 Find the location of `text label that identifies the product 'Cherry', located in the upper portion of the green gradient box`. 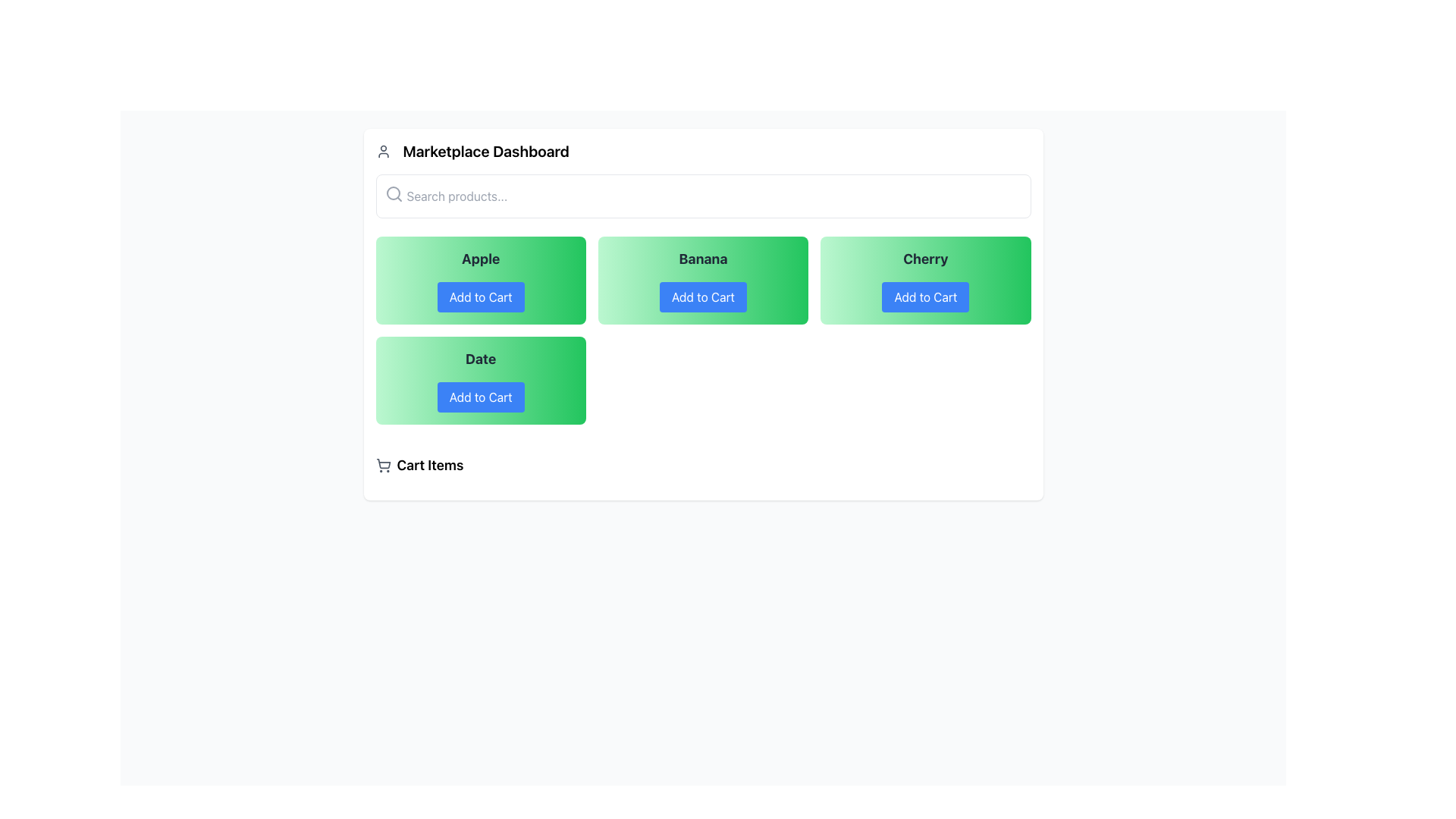

text label that identifies the product 'Cherry', located in the upper portion of the green gradient box is located at coordinates (924, 259).